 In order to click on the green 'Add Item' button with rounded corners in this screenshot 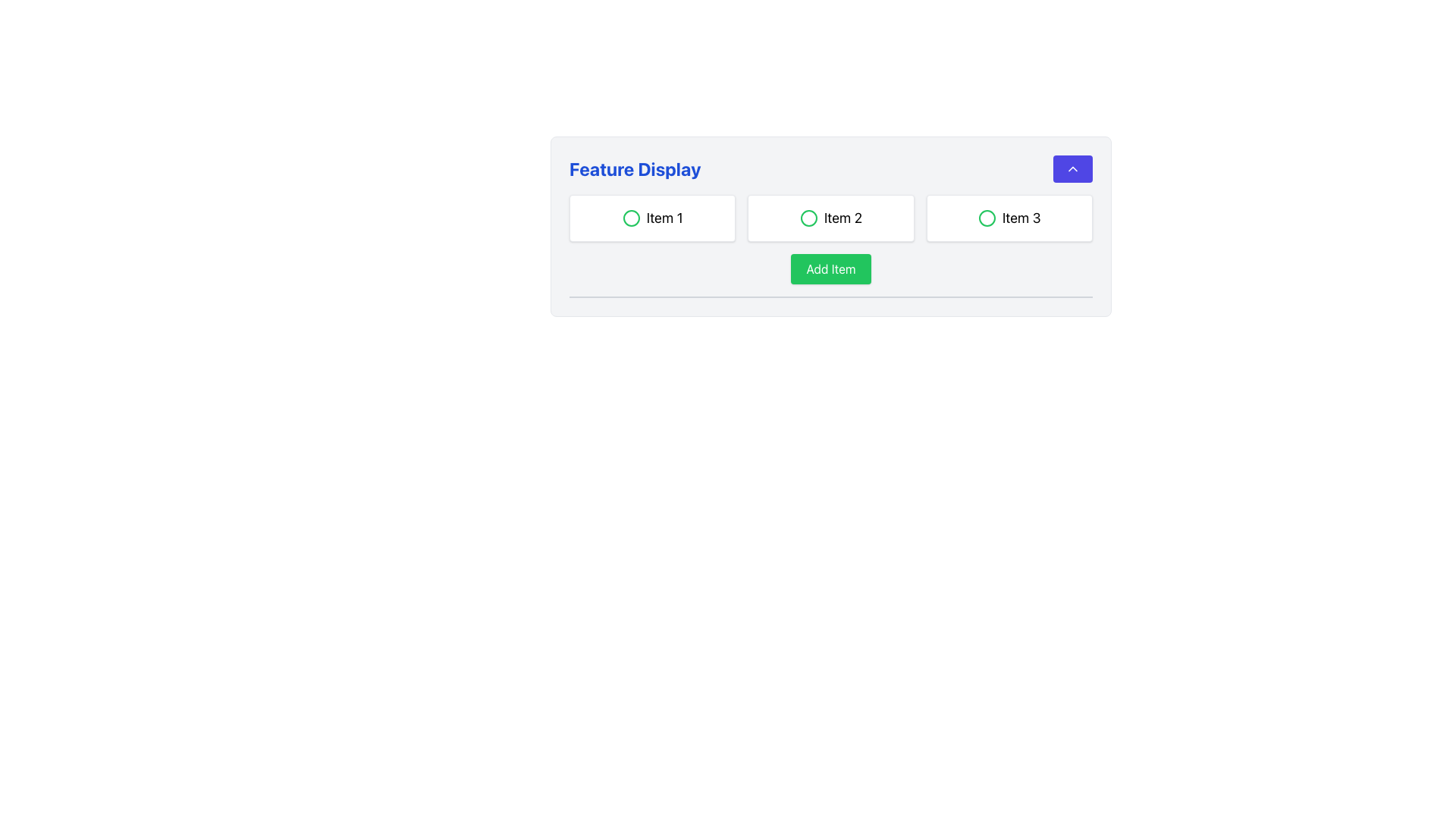, I will do `click(830, 268)`.